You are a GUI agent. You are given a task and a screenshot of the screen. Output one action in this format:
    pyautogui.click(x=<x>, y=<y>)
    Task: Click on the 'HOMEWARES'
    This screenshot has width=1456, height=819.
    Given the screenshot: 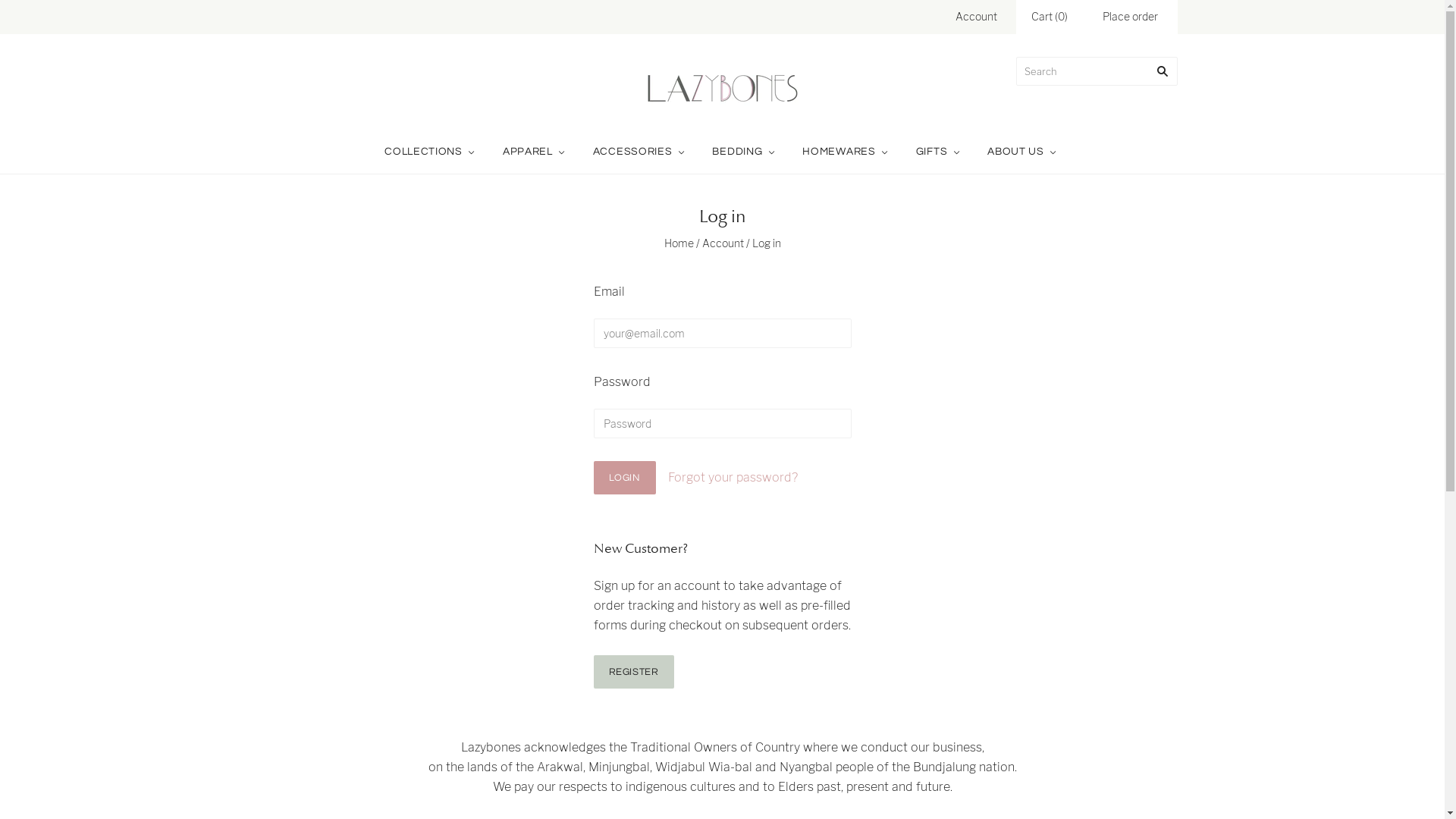 What is the action you would take?
    pyautogui.click(x=789, y=152)
    